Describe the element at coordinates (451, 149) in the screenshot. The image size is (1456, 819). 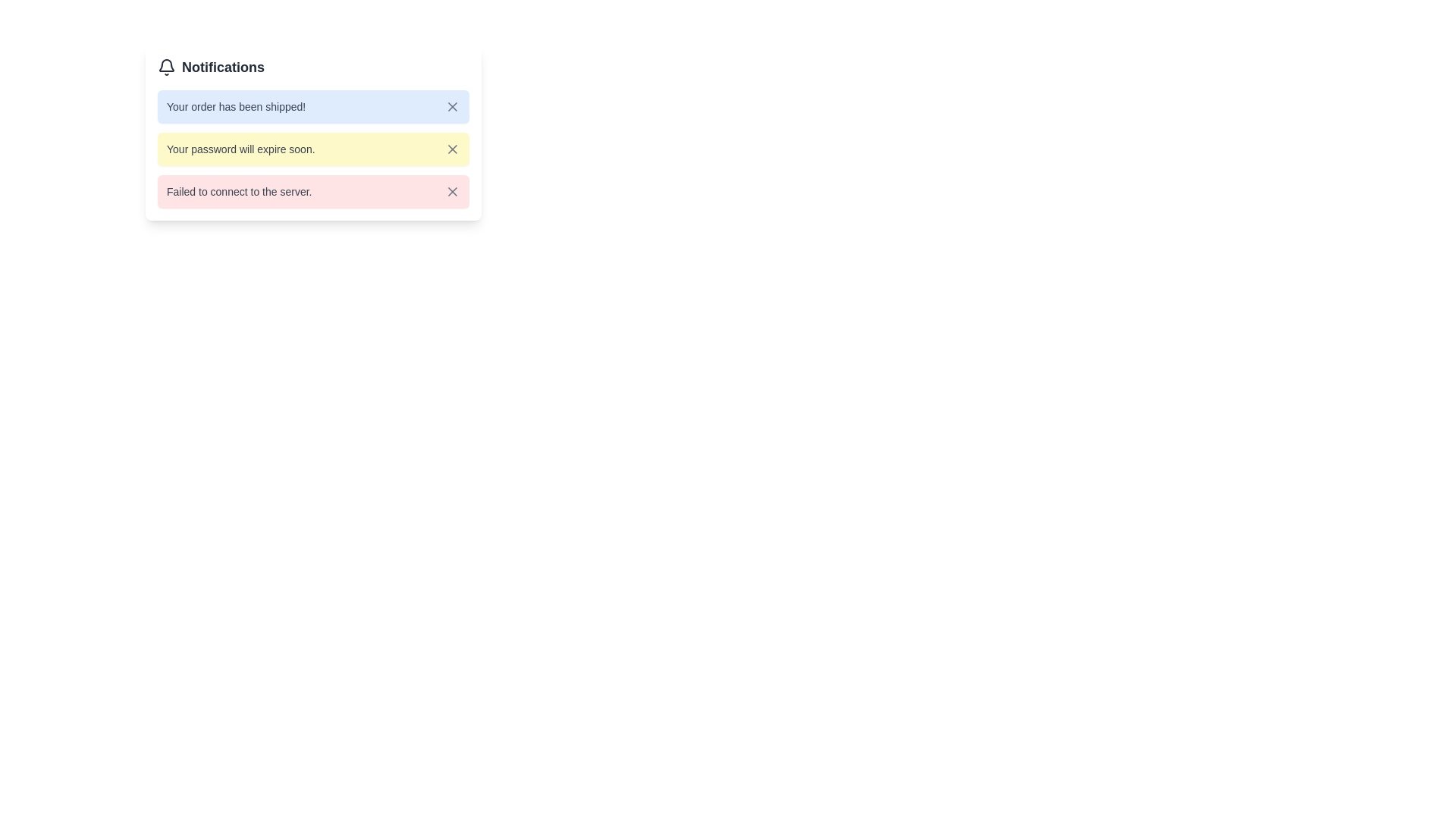
I see `the close button represented by an 'X' icon in the top-right corner of the yellow notification card that says 'Your password will expire soon.'` at that location.